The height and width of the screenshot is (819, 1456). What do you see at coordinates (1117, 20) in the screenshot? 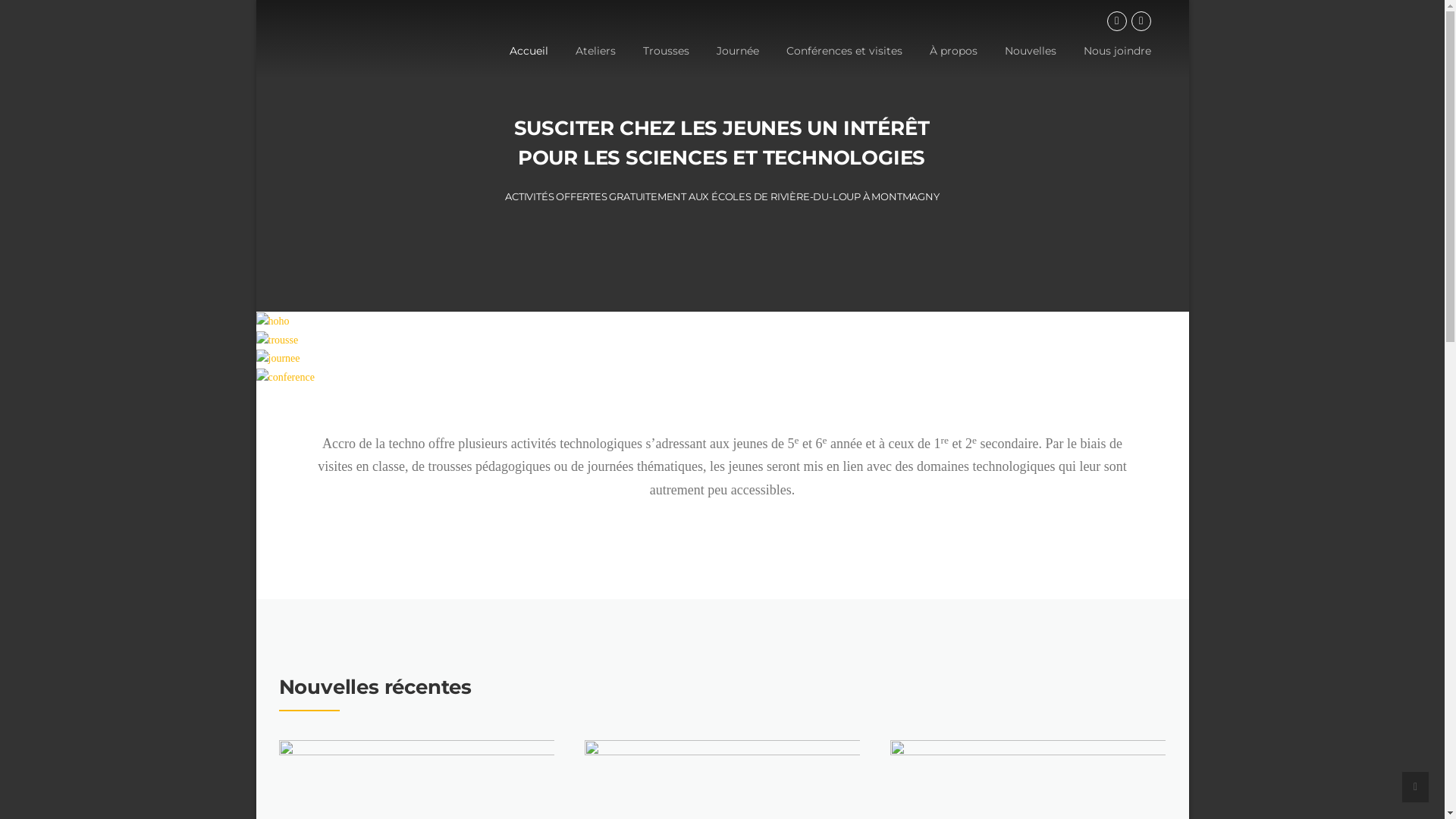
I see `'Facebook'` at bounding box center [1117, 20].